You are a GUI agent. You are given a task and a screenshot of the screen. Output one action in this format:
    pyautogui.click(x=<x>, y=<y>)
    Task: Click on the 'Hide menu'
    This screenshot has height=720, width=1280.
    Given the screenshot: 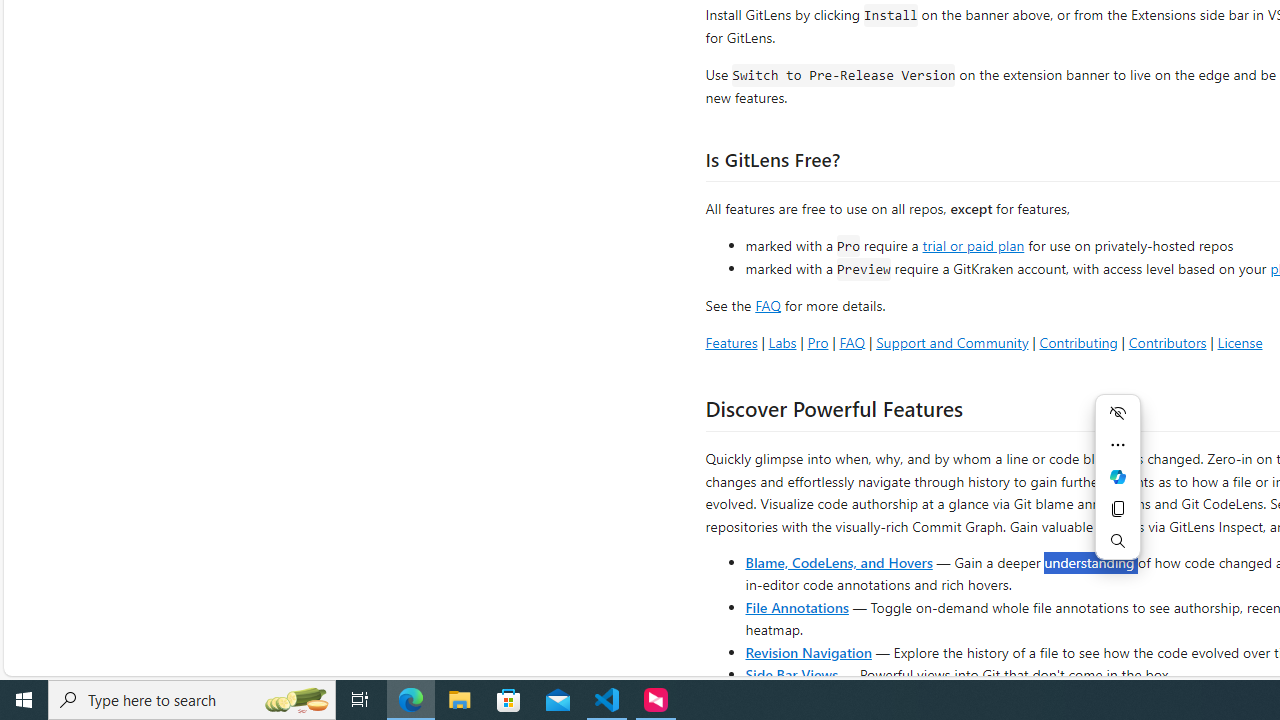 What is the action you would take?
    pyautogui.click(x=1117, y=411)
    